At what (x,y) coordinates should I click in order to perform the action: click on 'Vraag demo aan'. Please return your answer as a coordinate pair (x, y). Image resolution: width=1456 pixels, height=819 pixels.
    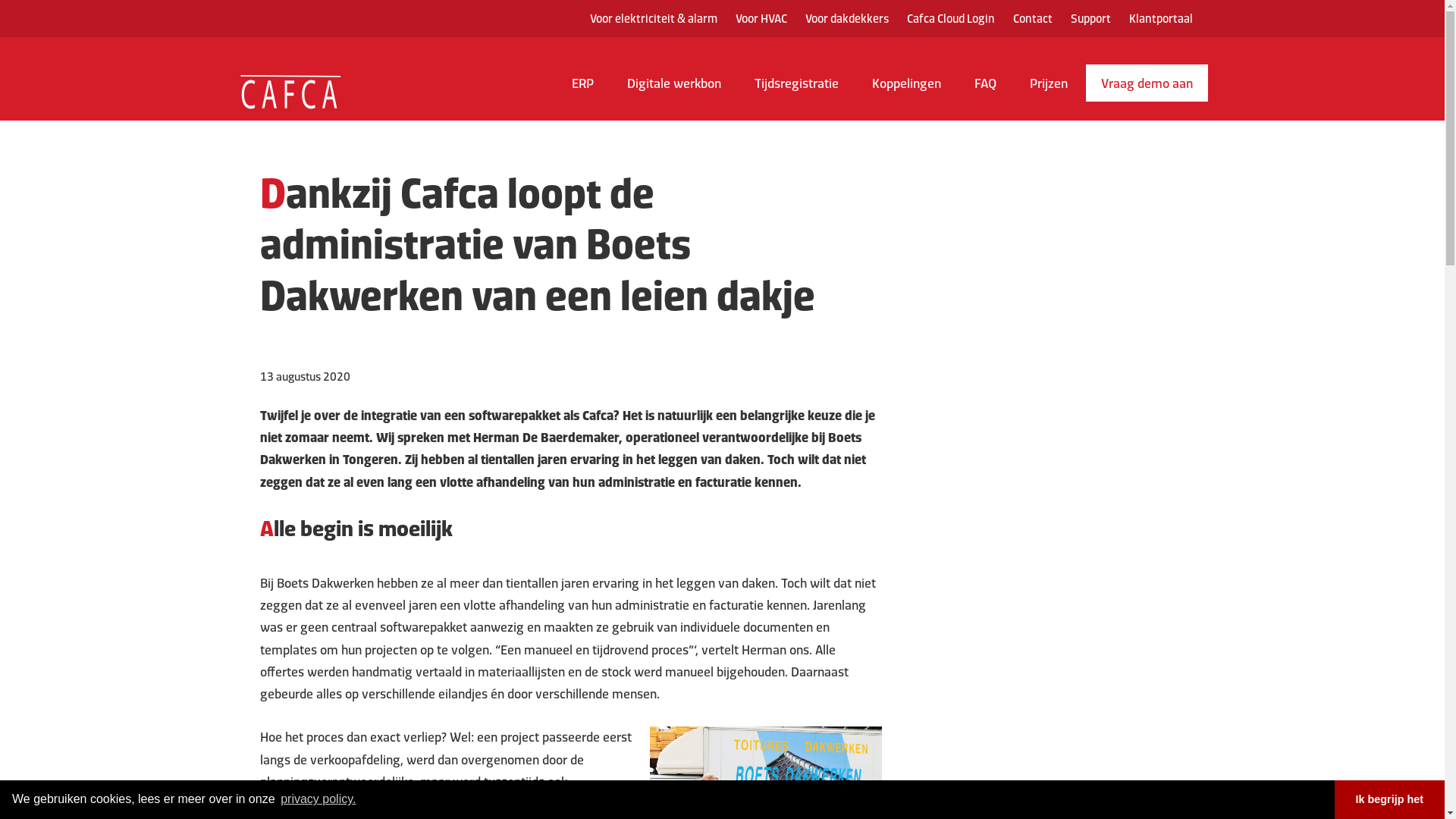
    Looking at the image, I should click on (1147, 83).